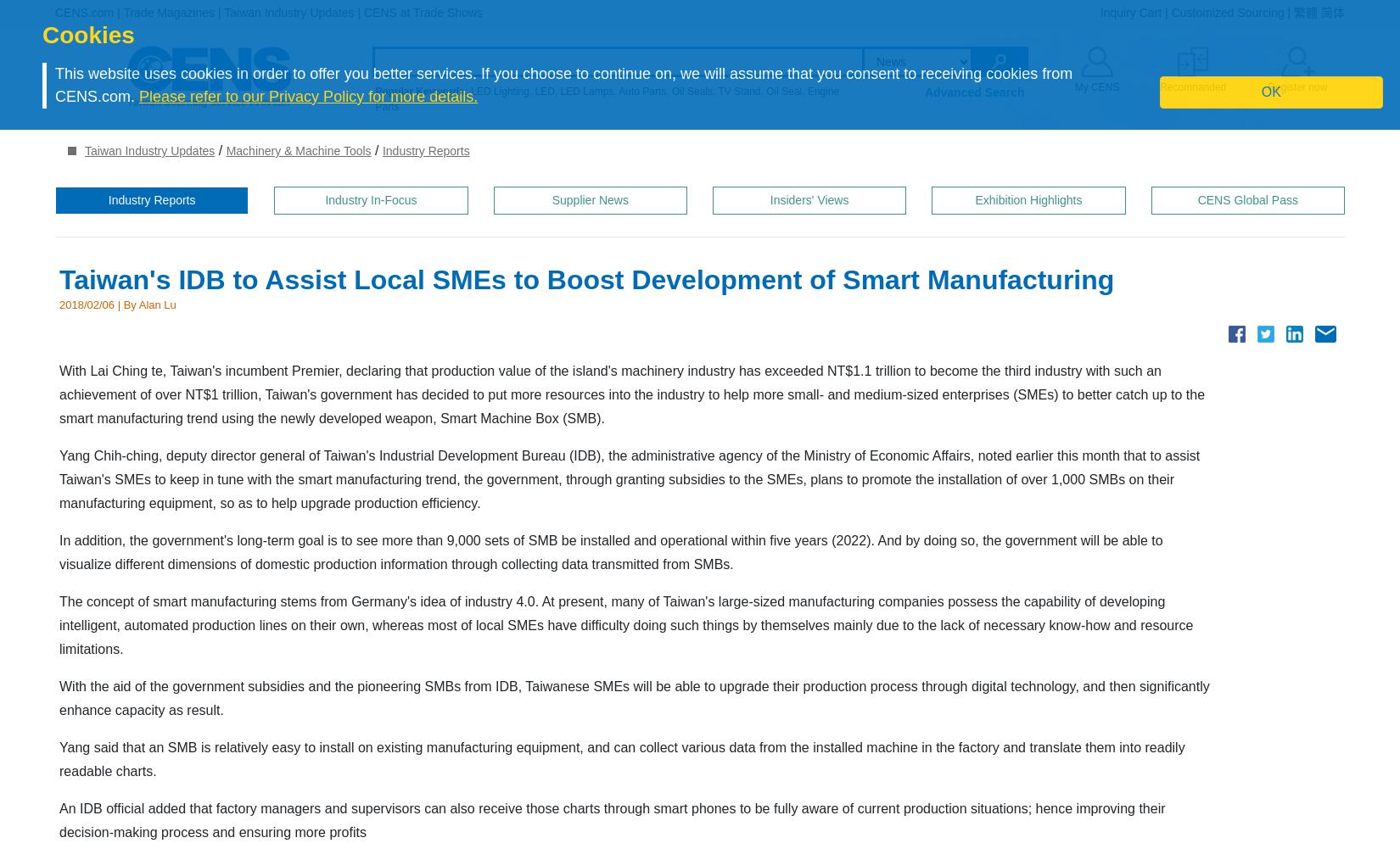  I want to click on 'Industry In-Focus', so click(369, 198).